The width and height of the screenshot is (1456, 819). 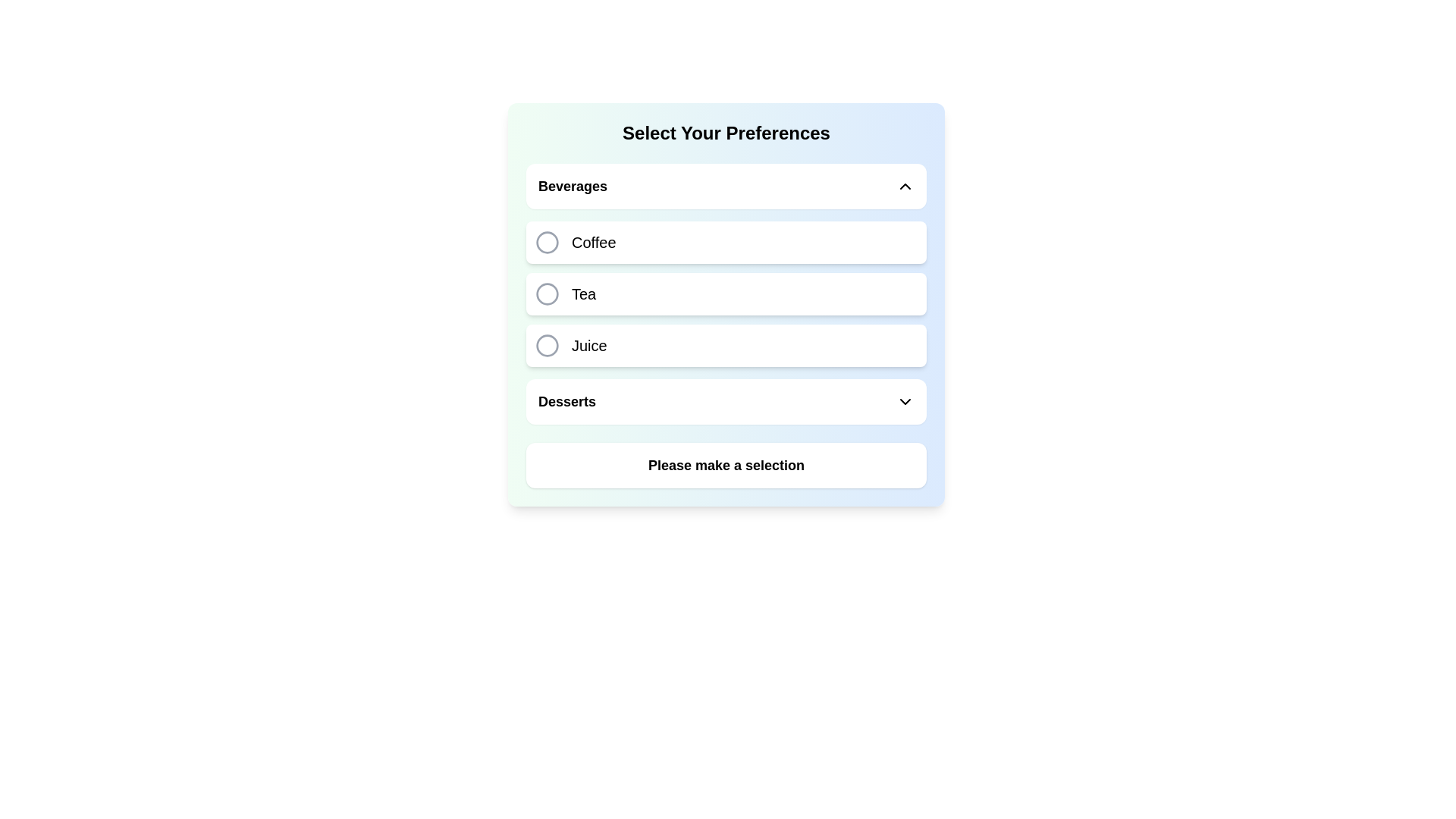 What do you see at coordinates (726, 294) in the screenshot?
I see `the radio button option for 'Tea' within the 'Beverages' category` at bounding box center [726, 294].